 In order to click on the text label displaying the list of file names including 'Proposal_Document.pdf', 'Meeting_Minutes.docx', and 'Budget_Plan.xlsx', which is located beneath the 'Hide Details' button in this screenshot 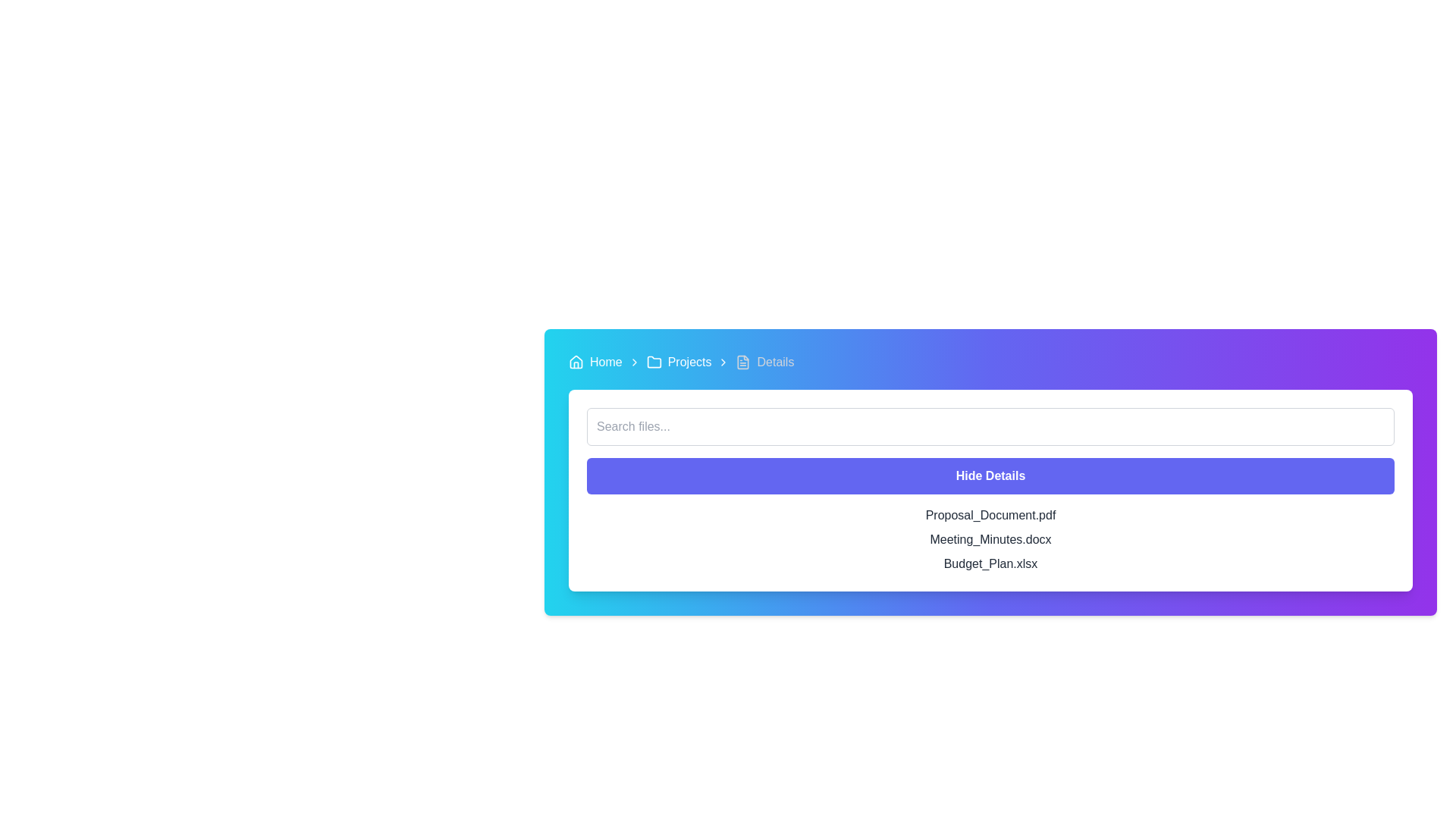, I will do `click(990, 539)`.